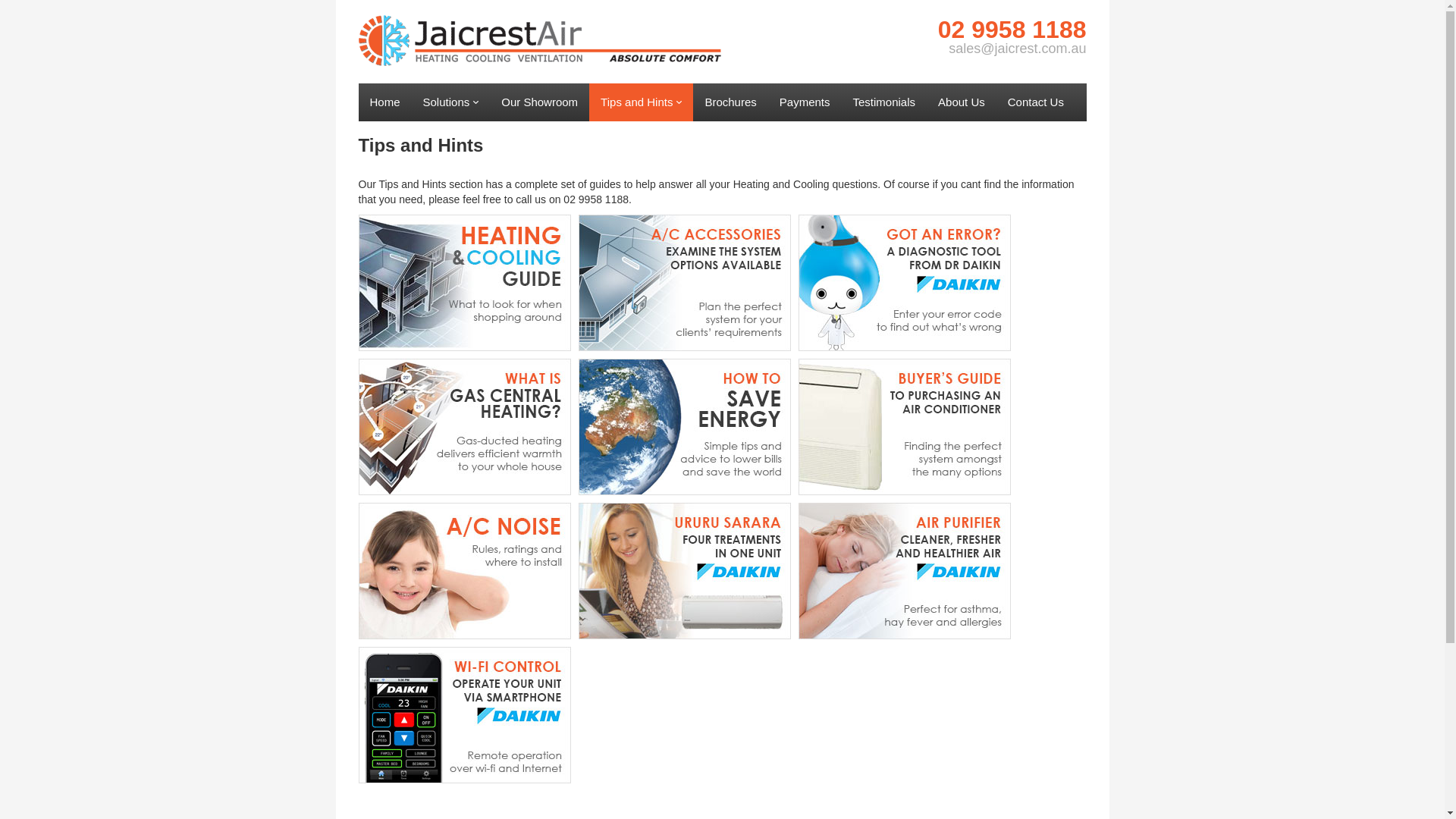 This screenshot has height=819, width=1456. Describe the element at coordinates (804, 102) in the screenshot. I see `'Payments'` at that location.